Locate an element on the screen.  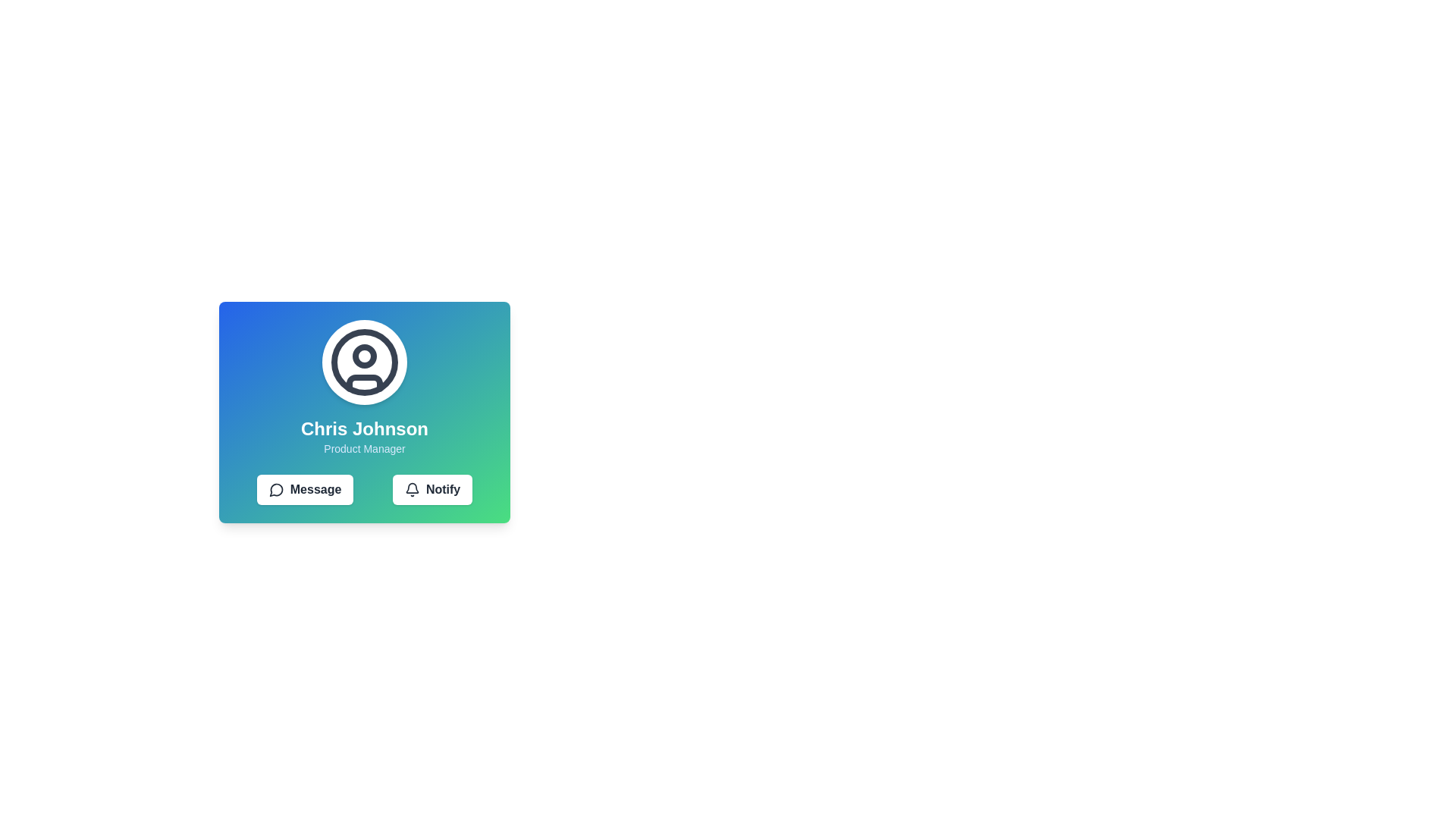
the small circular icon resembling a speech bubble with a tail, outlined in black, located to the left side inside the 'Message' button on the card titled 'Chris Johnson - Product Manager.' is located at coordinates (276, 489).